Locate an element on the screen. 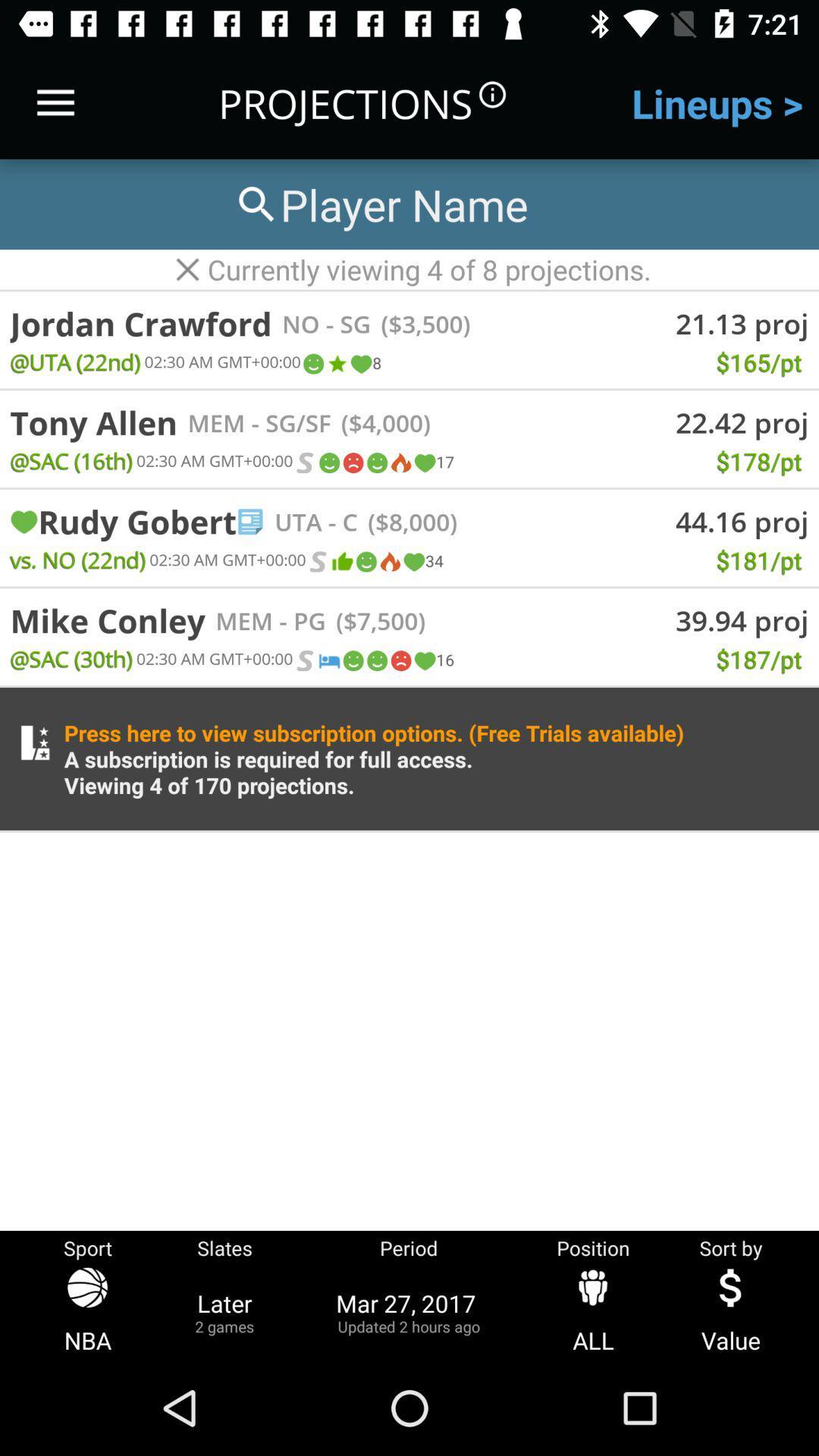  @sac (30th) item is located at coordinates (71, 658).